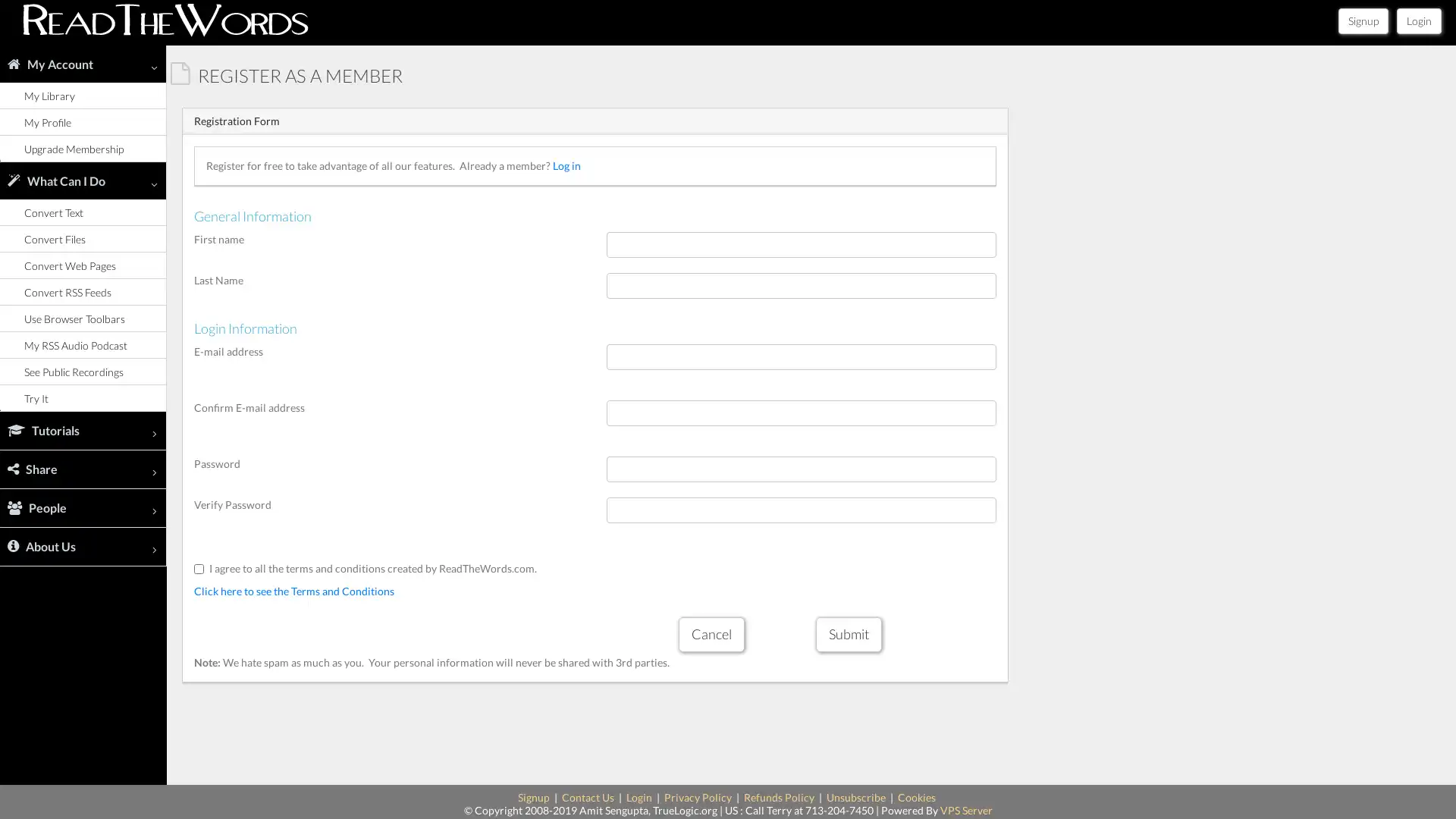 The height and width of the screenshot is (819, 1456). I want to click on Login, so click(1418, 20).